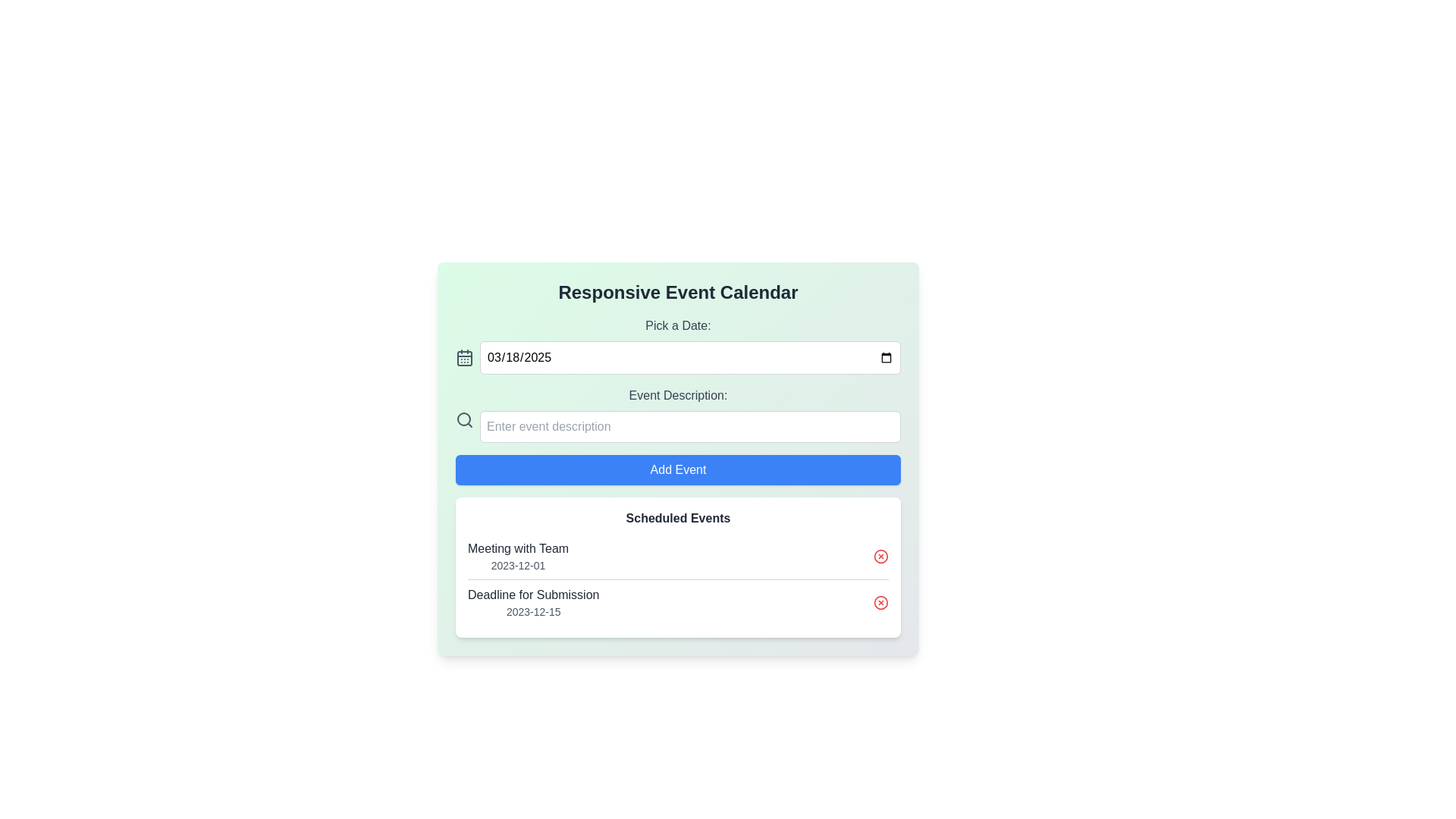 The image size is (1456, 819). I want to click on the text input field labeled 'Event Description:' to focus on it, so click(677, 415).